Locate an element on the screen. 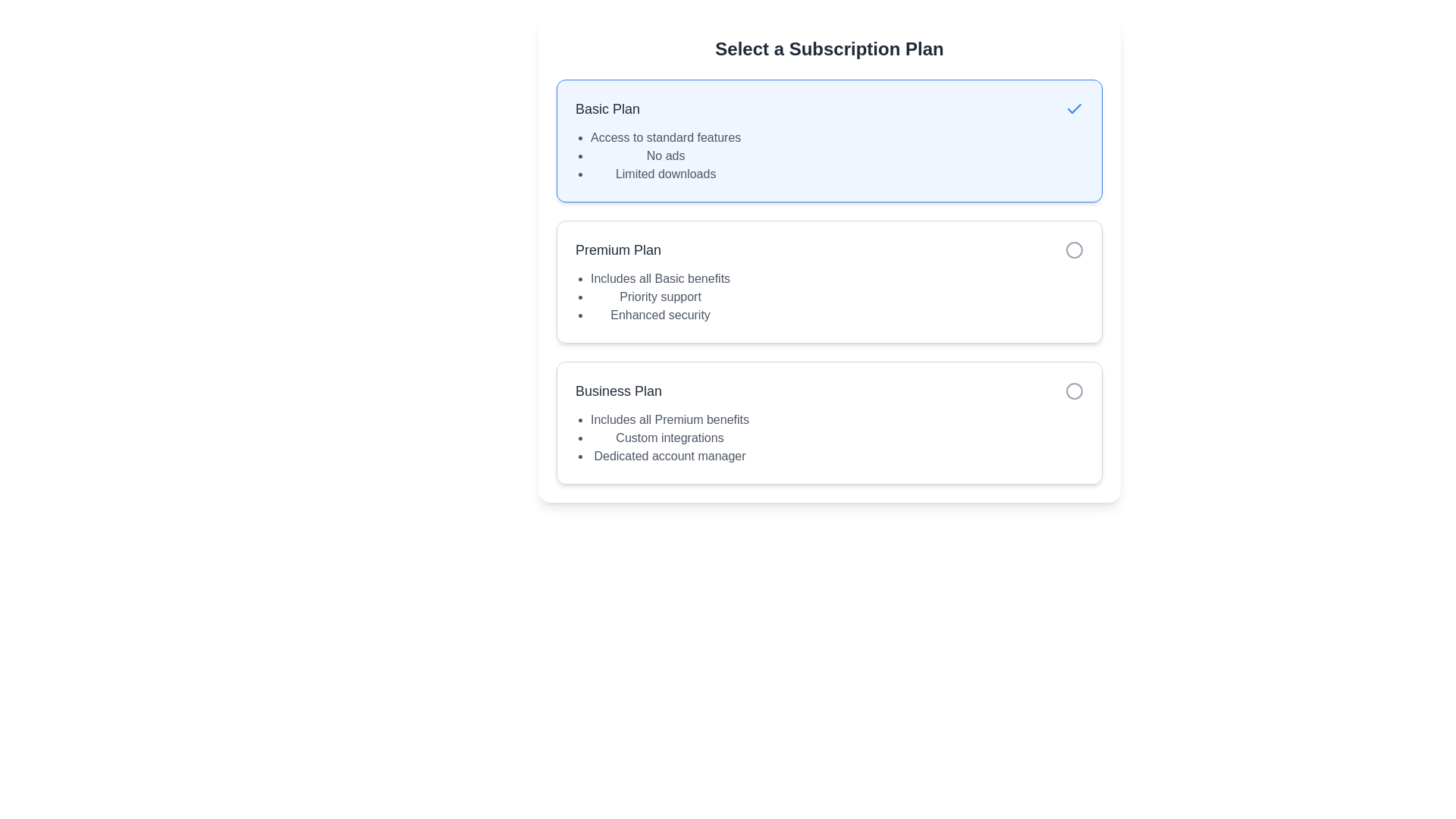 Image resolution: width=1456 pixels, height=819 pixels. the text label displaying 'Priority support' located in the Premium Plan section, which is the second item in a bullet list is located at coordinates (661, 297).